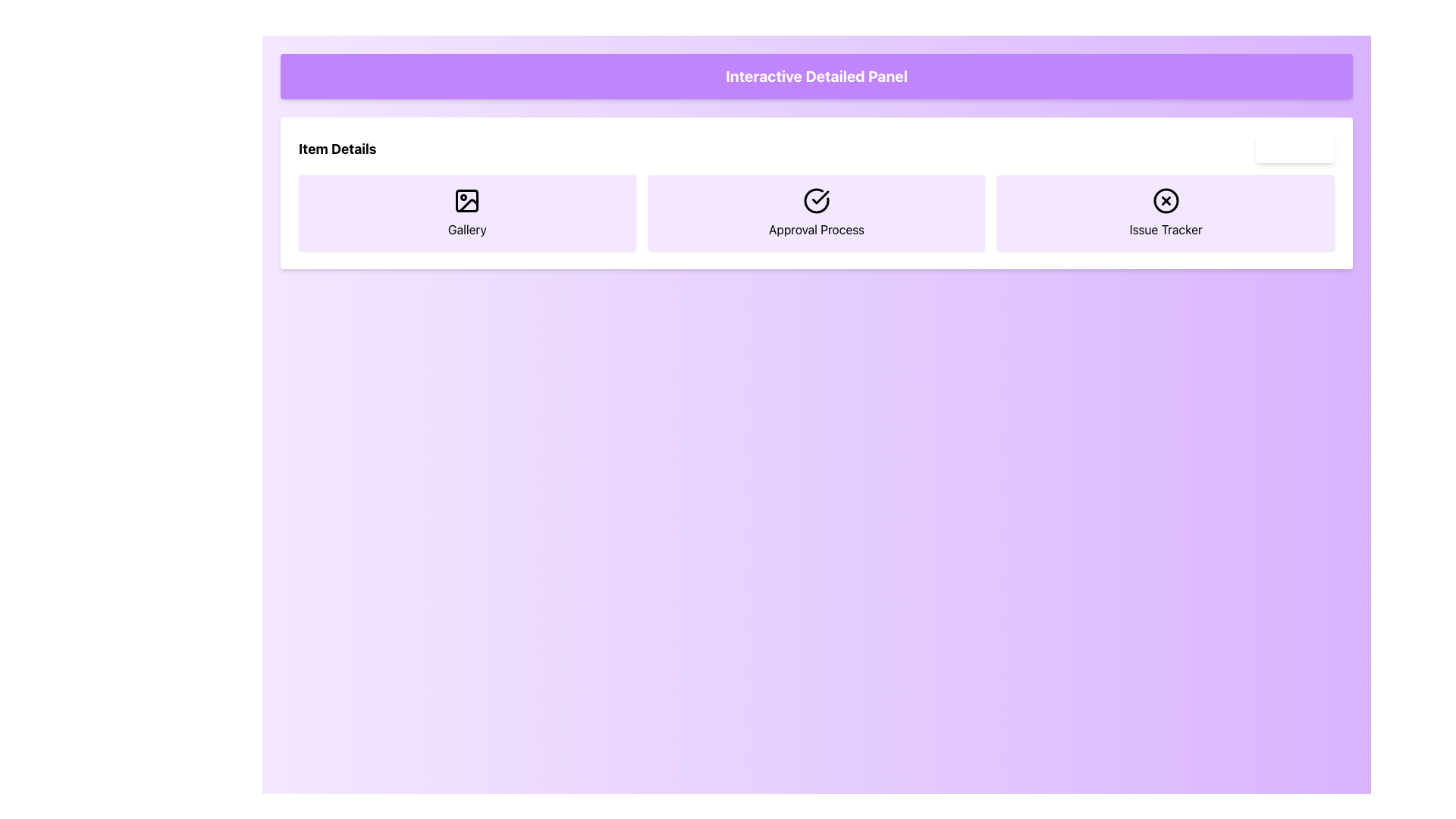 The image size is (1456, 819). Describe the element at coordinates (1165, 213) in the screenshot. I see `the 'Issue Tracker' button-like card, which is the rightmost card in a set of three horizontally arranged cards` at that location.